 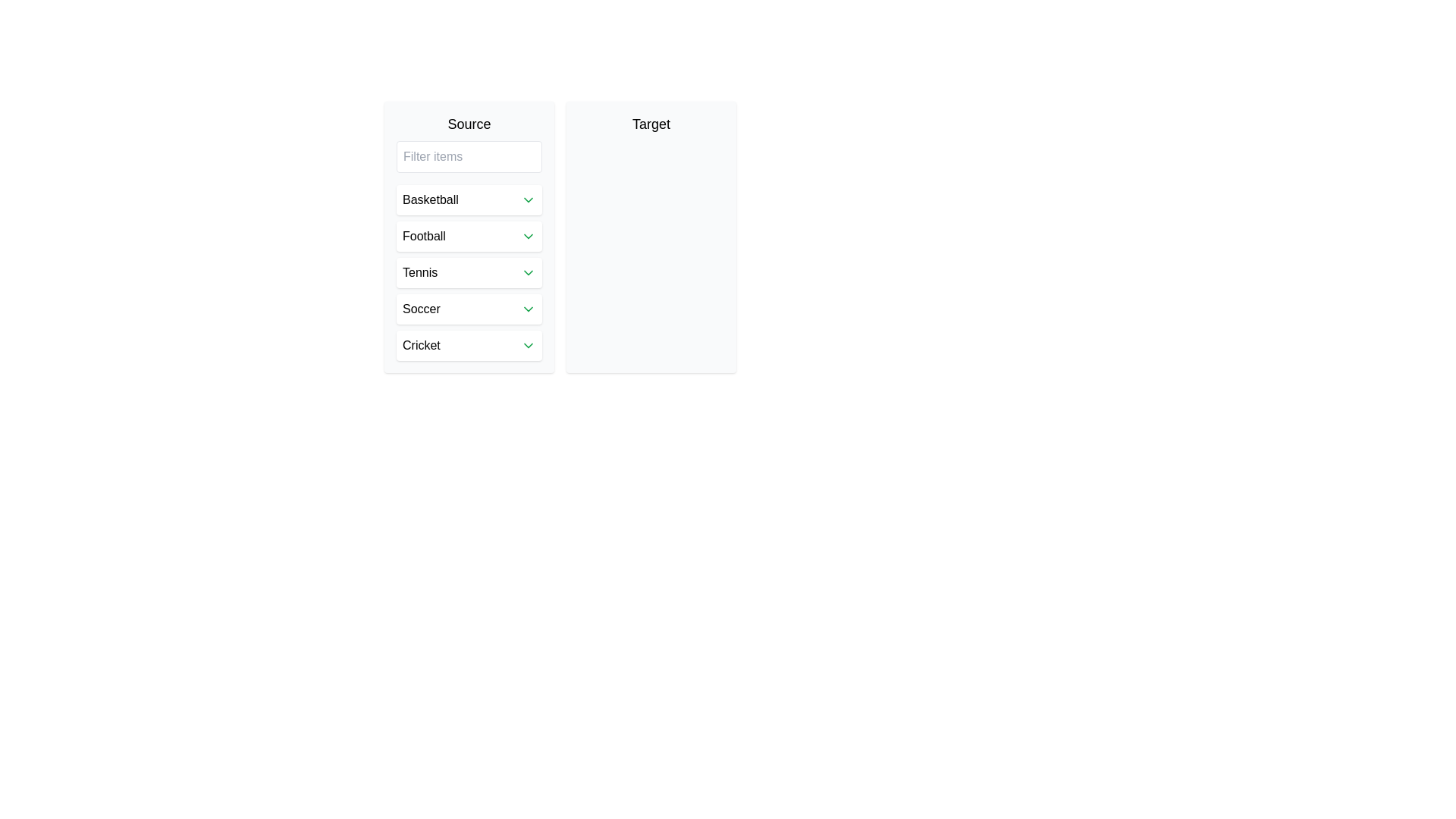 What do you see at coordinates (528, 237) in the screenshot?
I see `the rightmost icon within the 'Football' button` at bounding box center [528, 237].